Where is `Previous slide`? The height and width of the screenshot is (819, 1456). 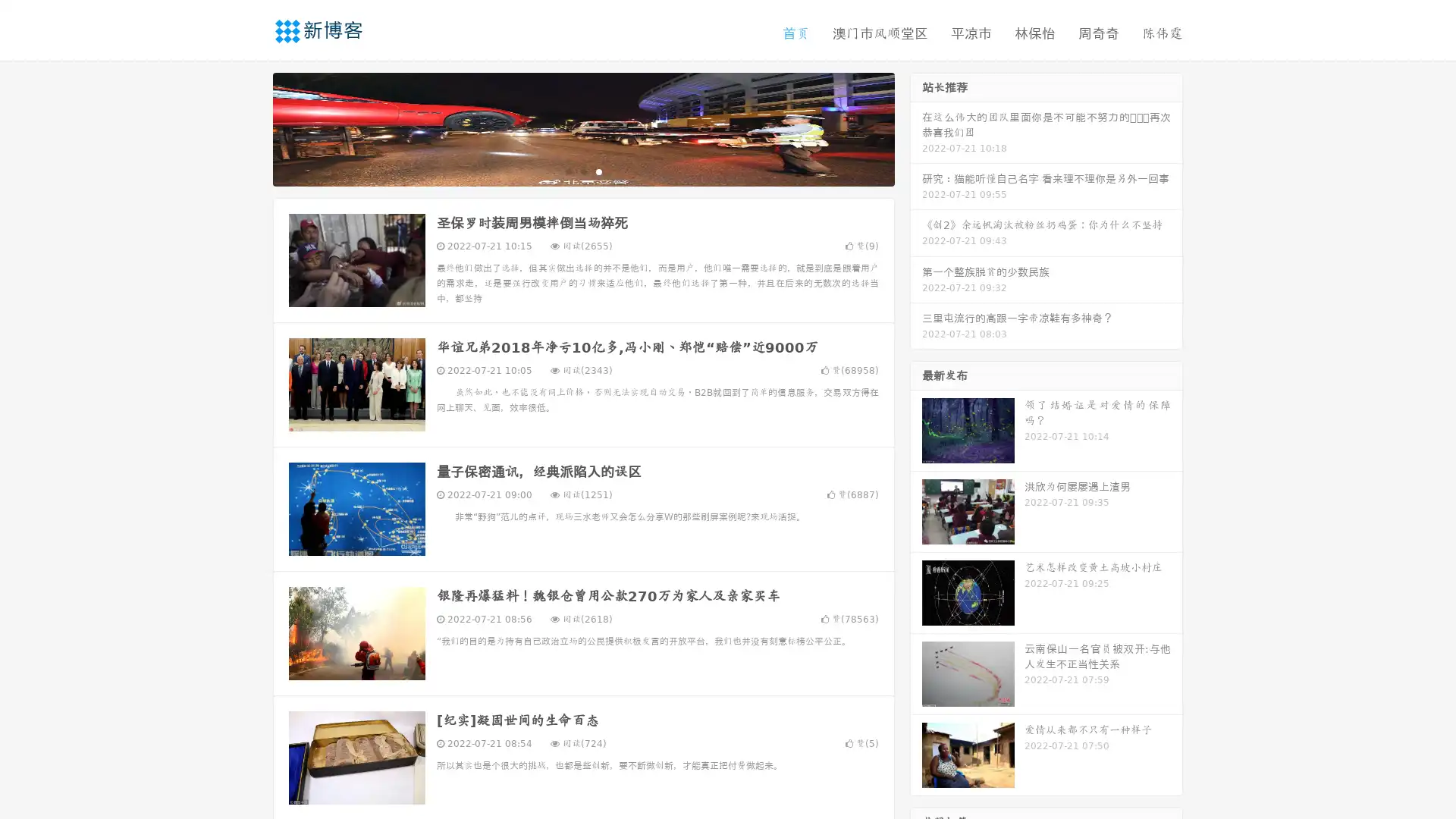 Previous slide is located at coordinates (250, 127).